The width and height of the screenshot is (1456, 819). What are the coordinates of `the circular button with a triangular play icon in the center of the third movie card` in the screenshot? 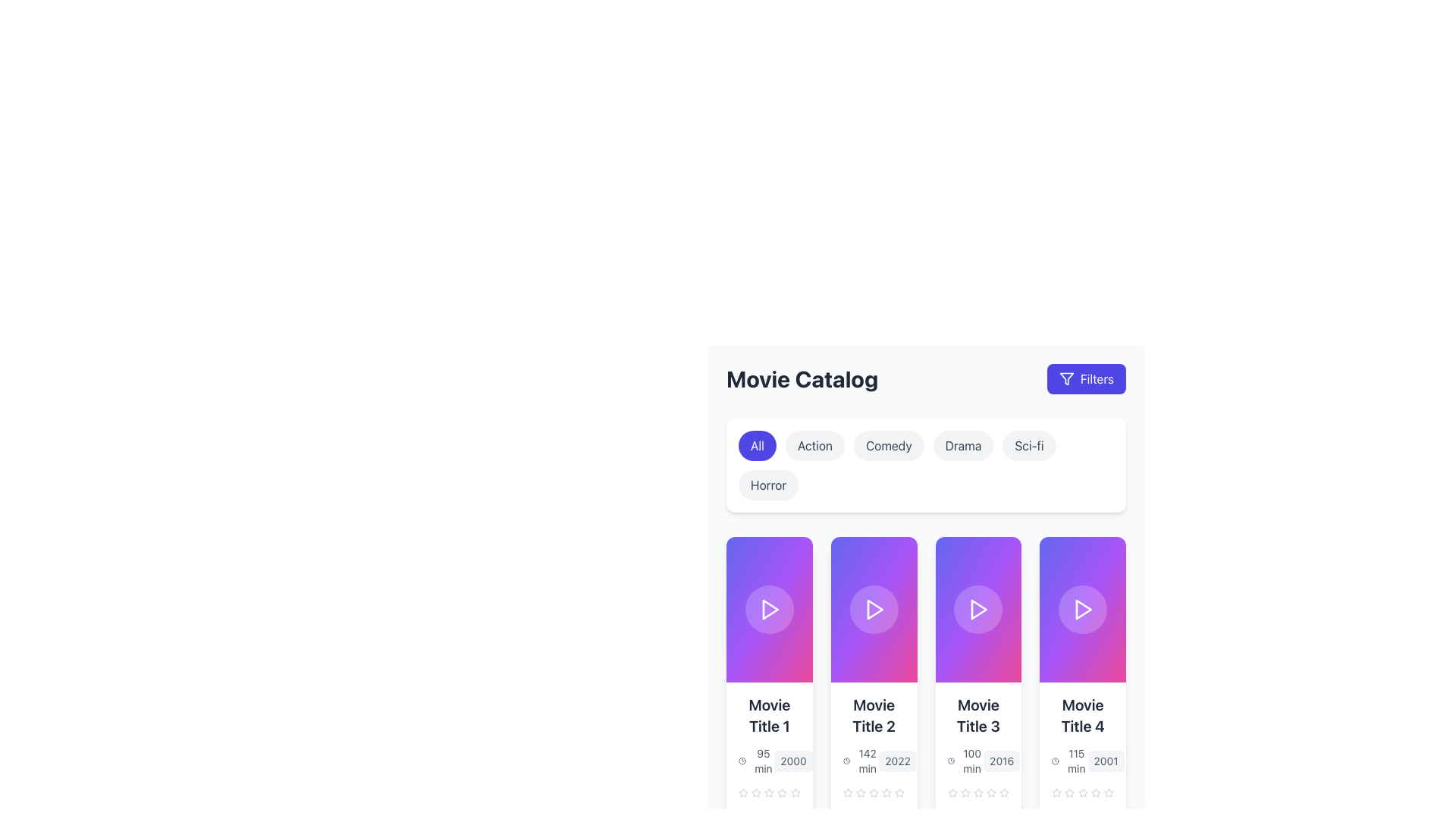 It's located at (978, 608).